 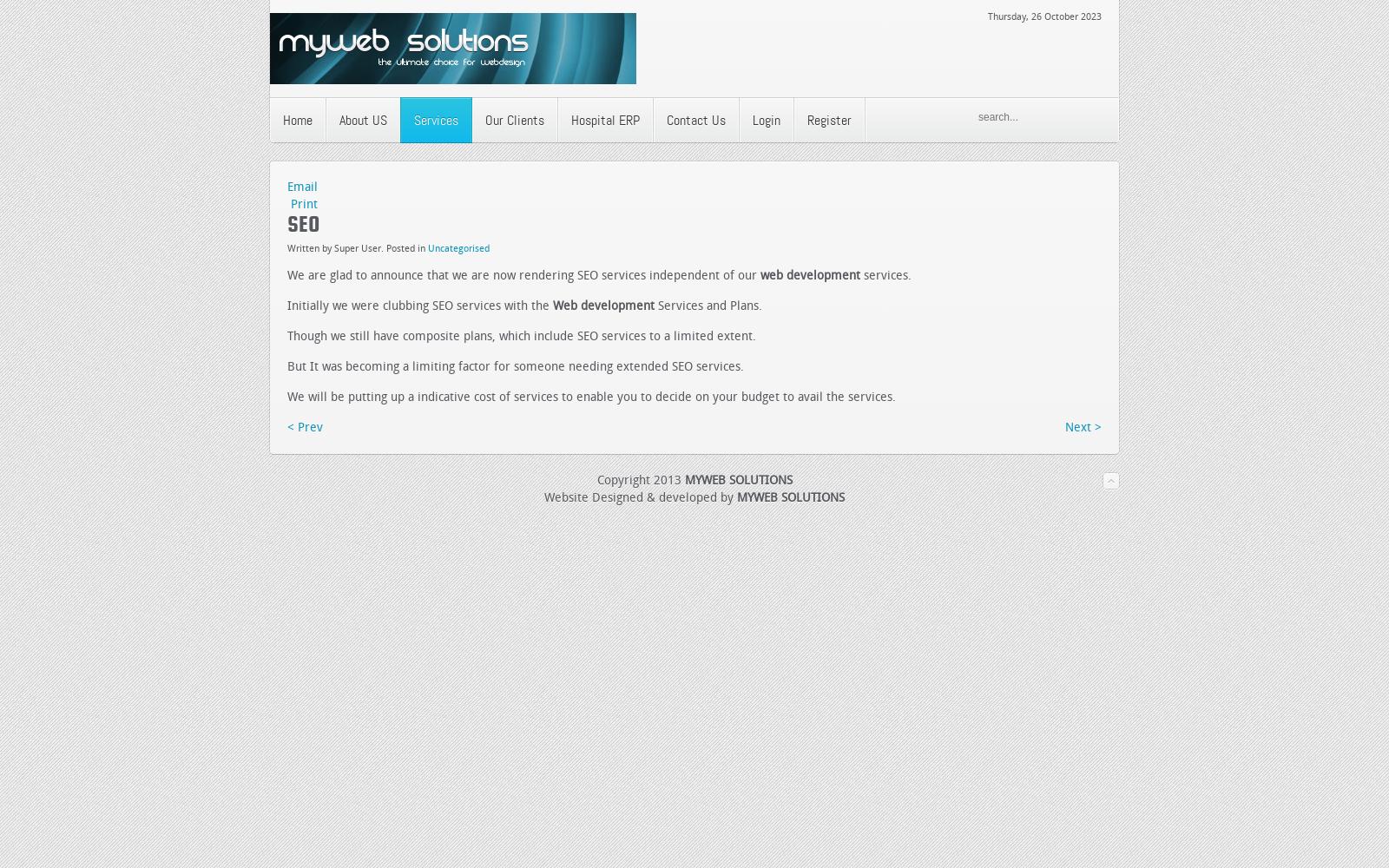 What do you see at coordinates (809, 274) in the screenshot?
I see `'web development'` at bounding box center [809, 274].